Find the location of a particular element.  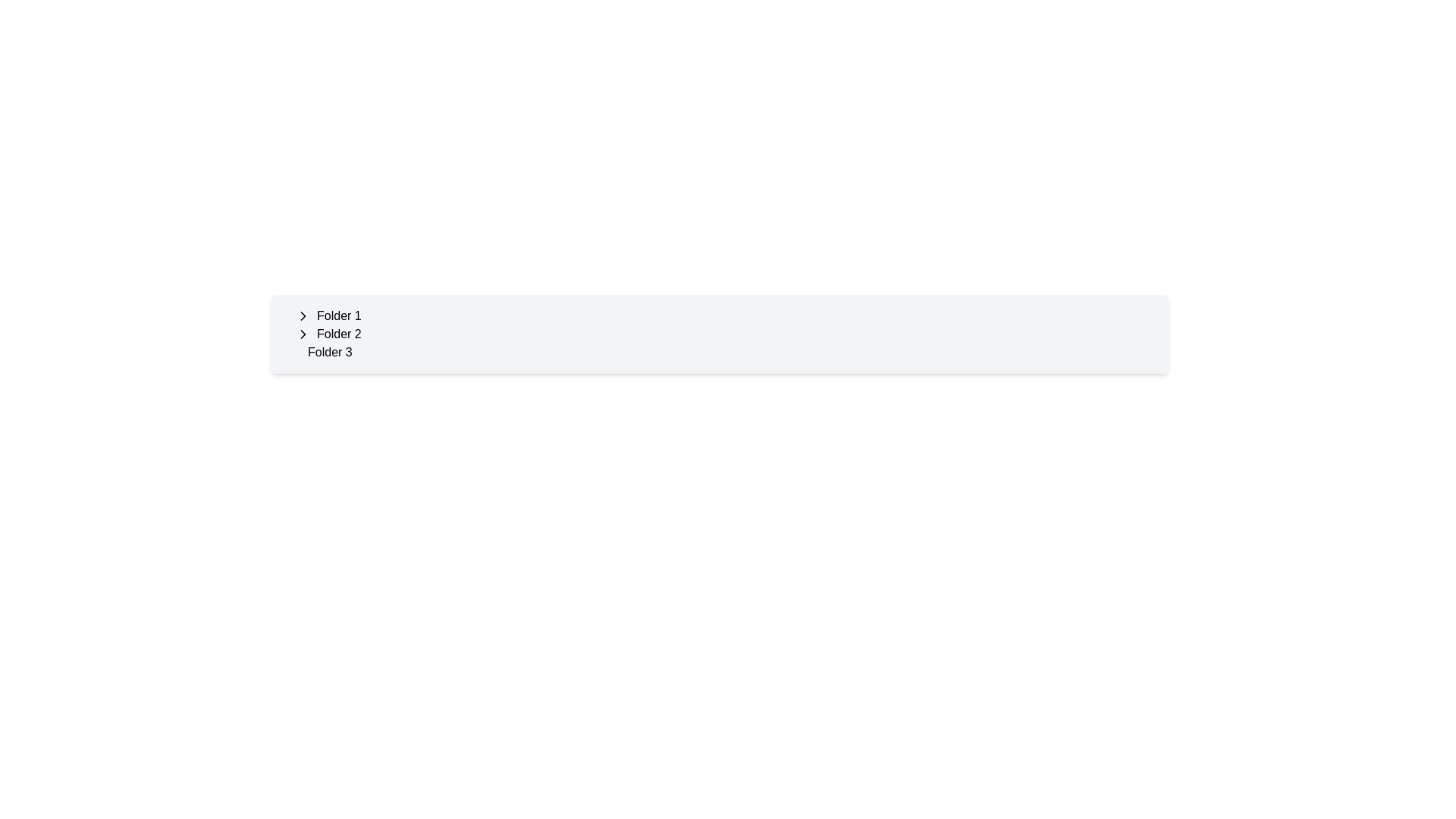

the 'Folder 2' text label is located at coordinates (337, 333).